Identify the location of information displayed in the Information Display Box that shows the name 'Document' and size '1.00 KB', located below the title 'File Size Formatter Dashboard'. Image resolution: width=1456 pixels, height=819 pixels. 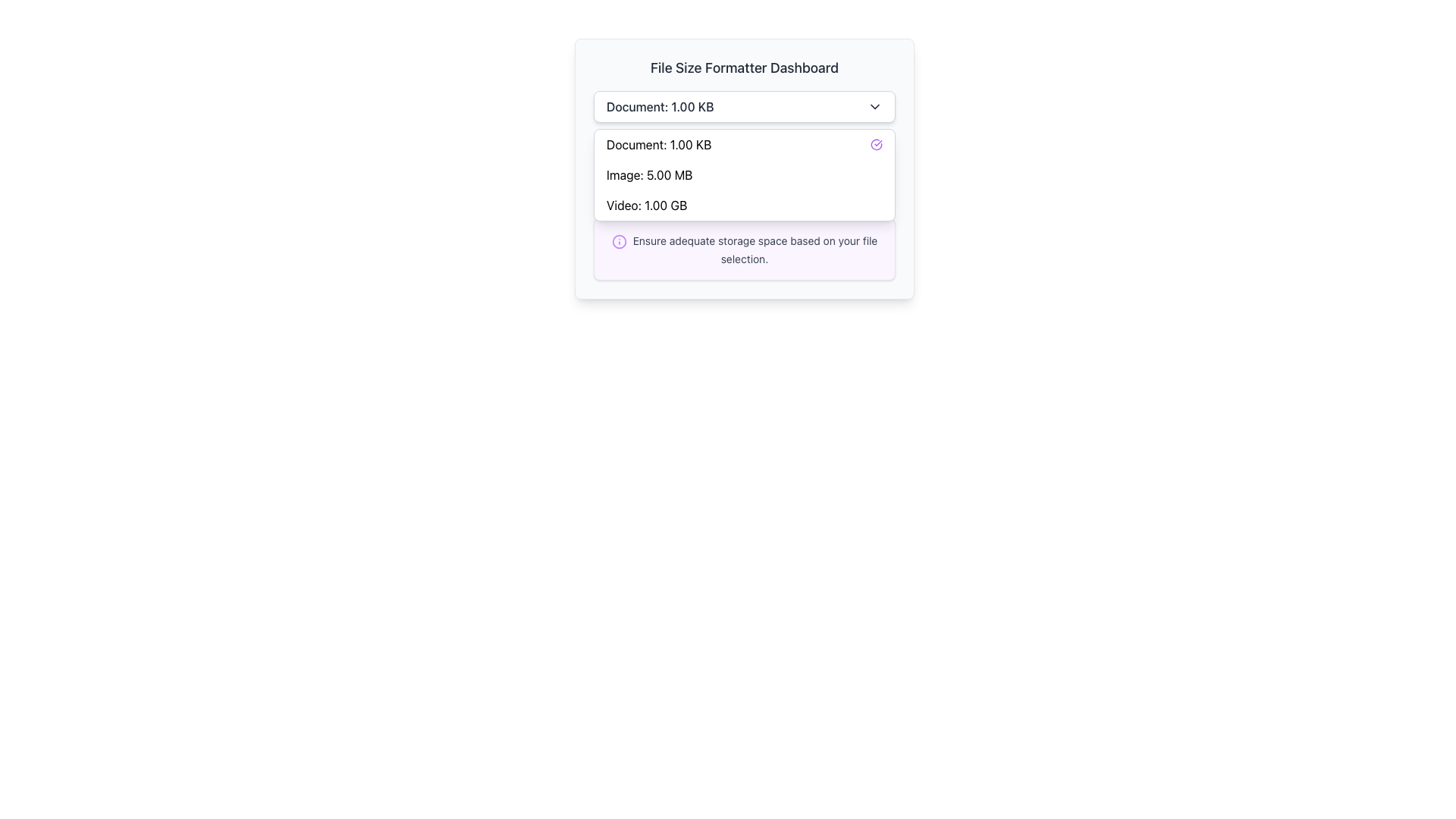
(745, 170).